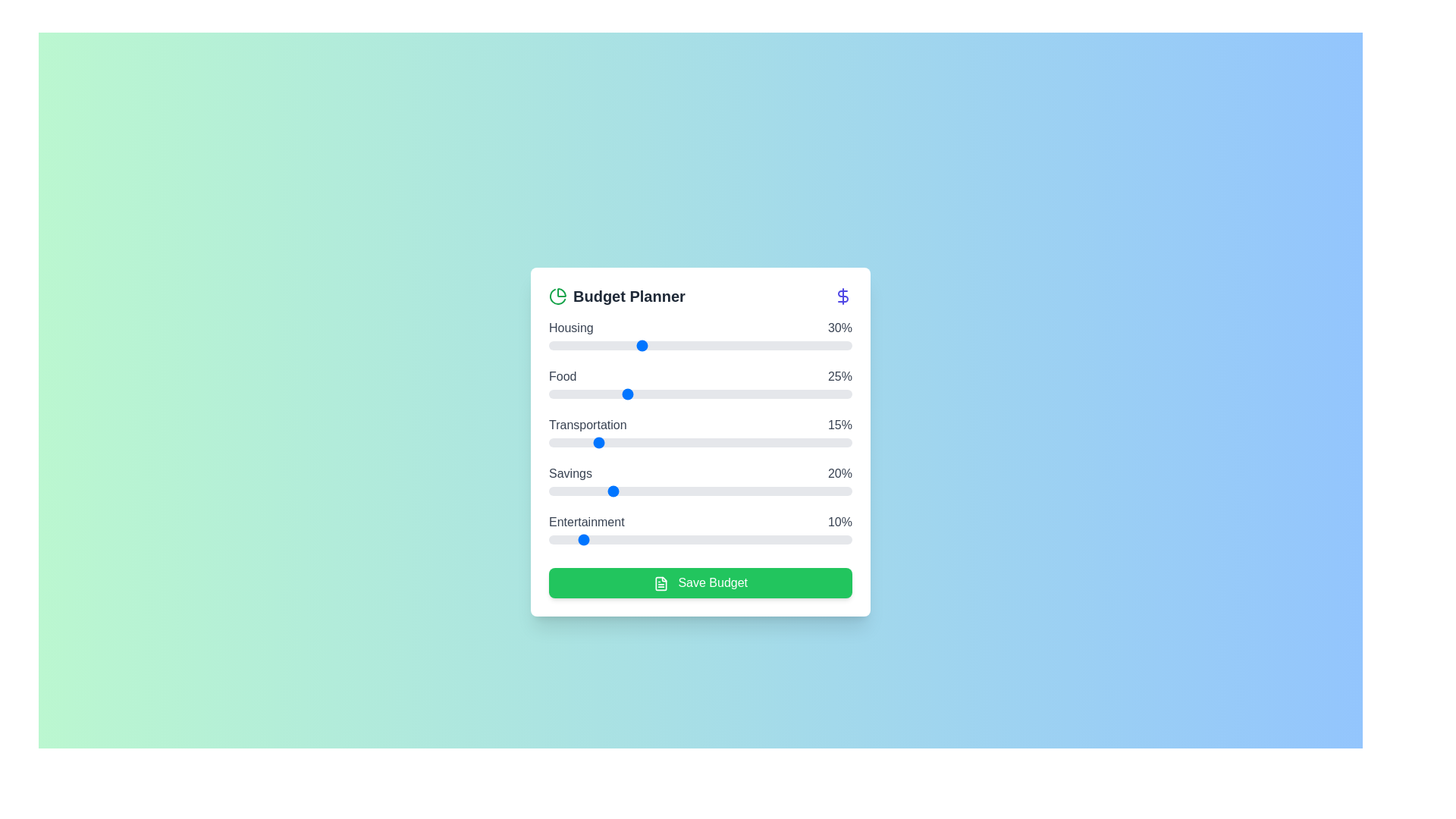 This screenshot has width=1456, height=819. I want to click on the dollar sign icon to access additional functionality, so click(843, 296).